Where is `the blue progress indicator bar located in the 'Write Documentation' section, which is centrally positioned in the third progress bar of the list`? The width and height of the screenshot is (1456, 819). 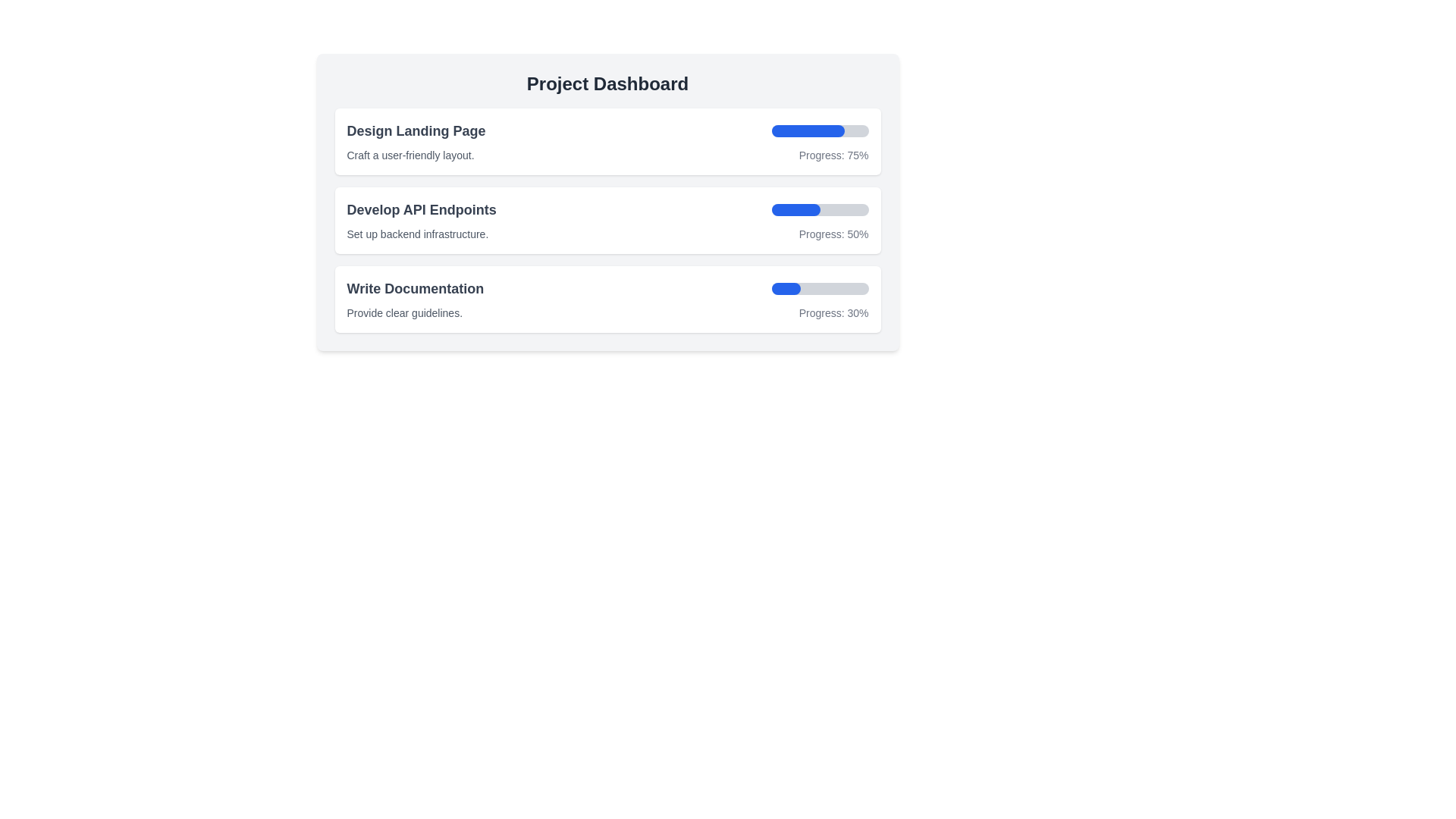 the blue progress indicator bar located in the 'Write Documentation' section, which is centrally positioned in the third progress bar of the list is located at coordinates (786, 289).